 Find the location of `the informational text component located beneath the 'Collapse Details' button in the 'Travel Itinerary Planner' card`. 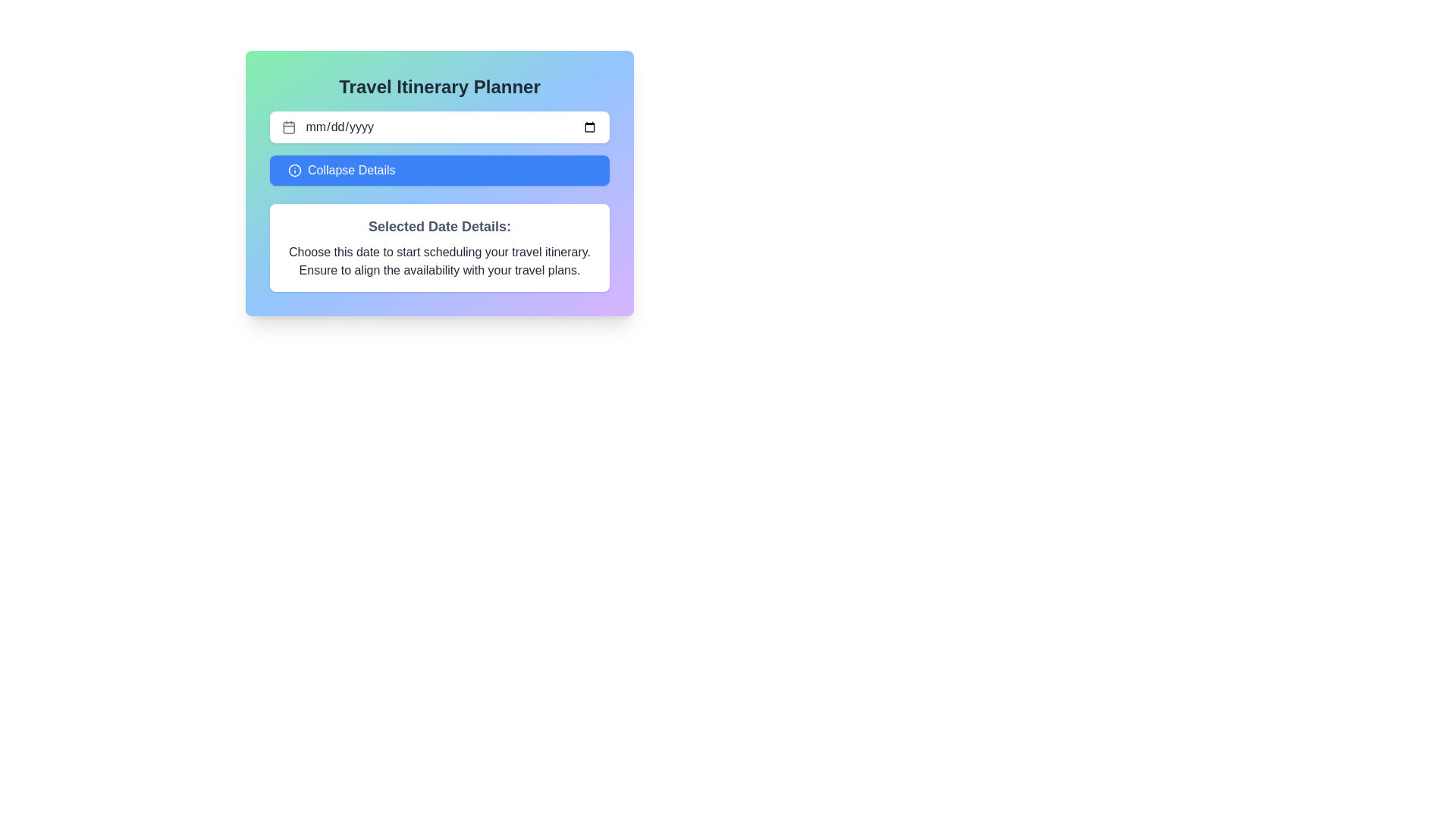

the informational text component located beneath the 'Collapse Details' button in the 'Travel Itinerary Planner' card is located at coordinates (439, 247).